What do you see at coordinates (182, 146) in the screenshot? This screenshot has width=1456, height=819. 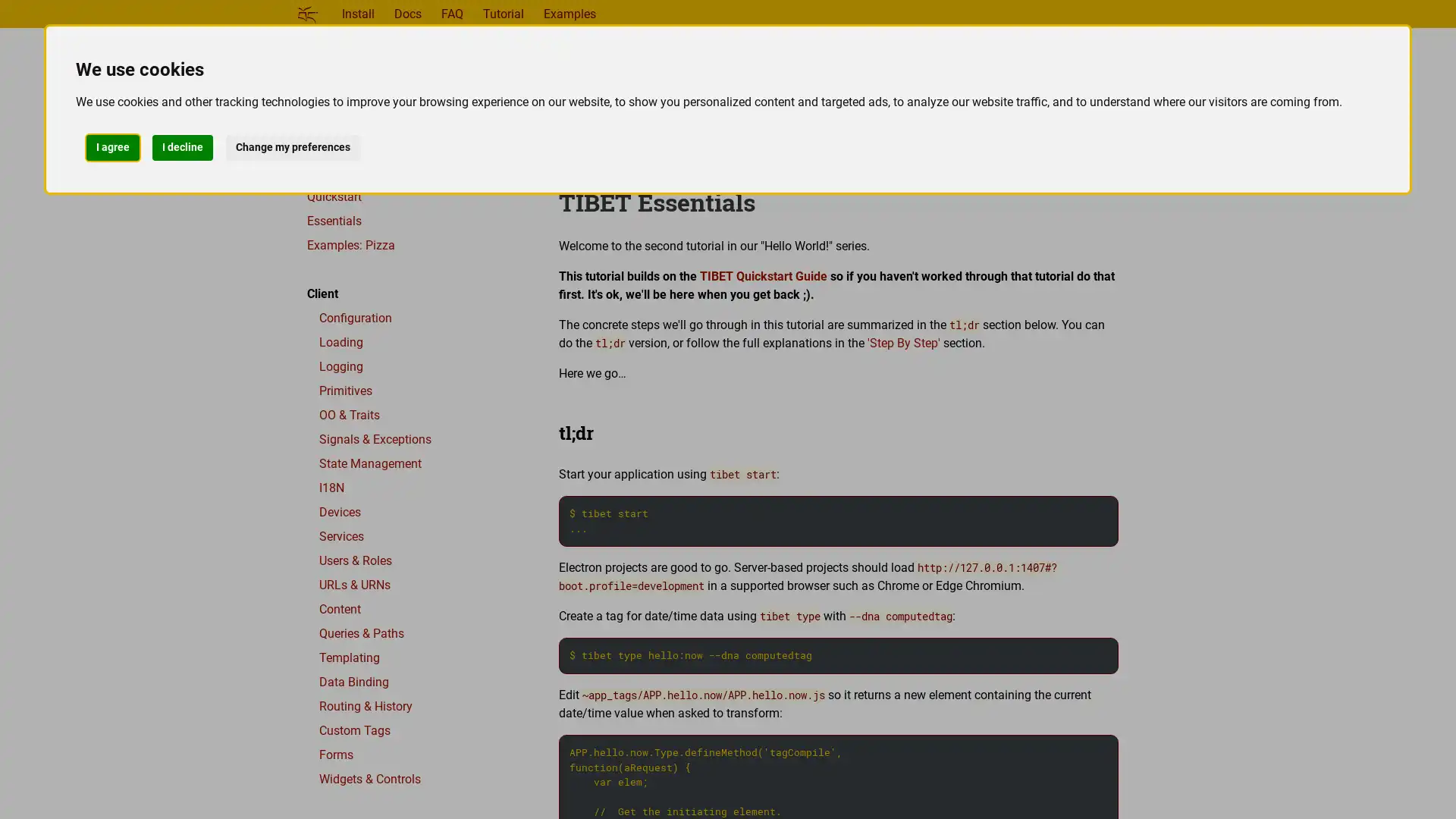 I see `I decline` at bounding box center [182, 146].